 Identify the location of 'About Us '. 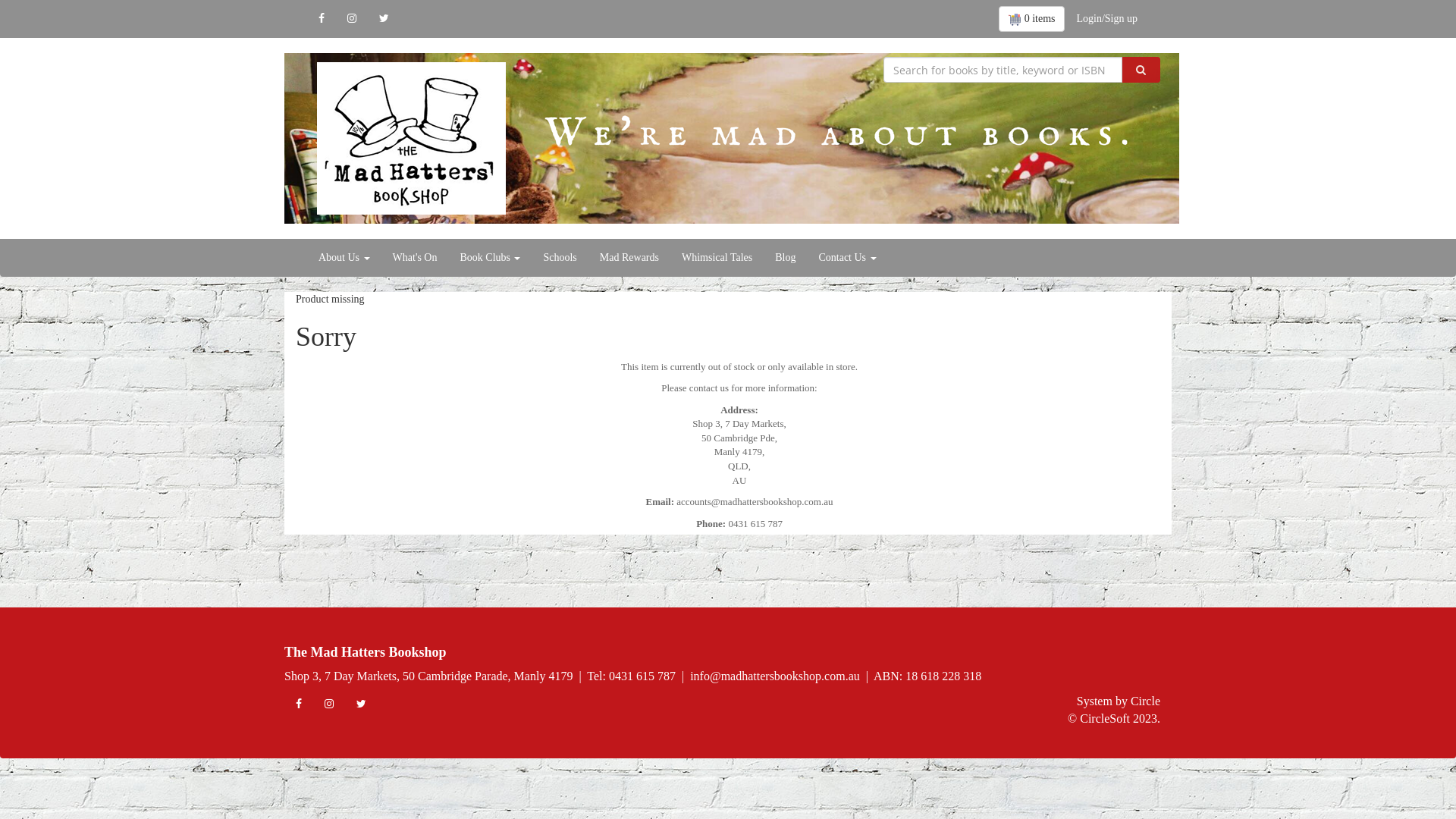
(344, 256).